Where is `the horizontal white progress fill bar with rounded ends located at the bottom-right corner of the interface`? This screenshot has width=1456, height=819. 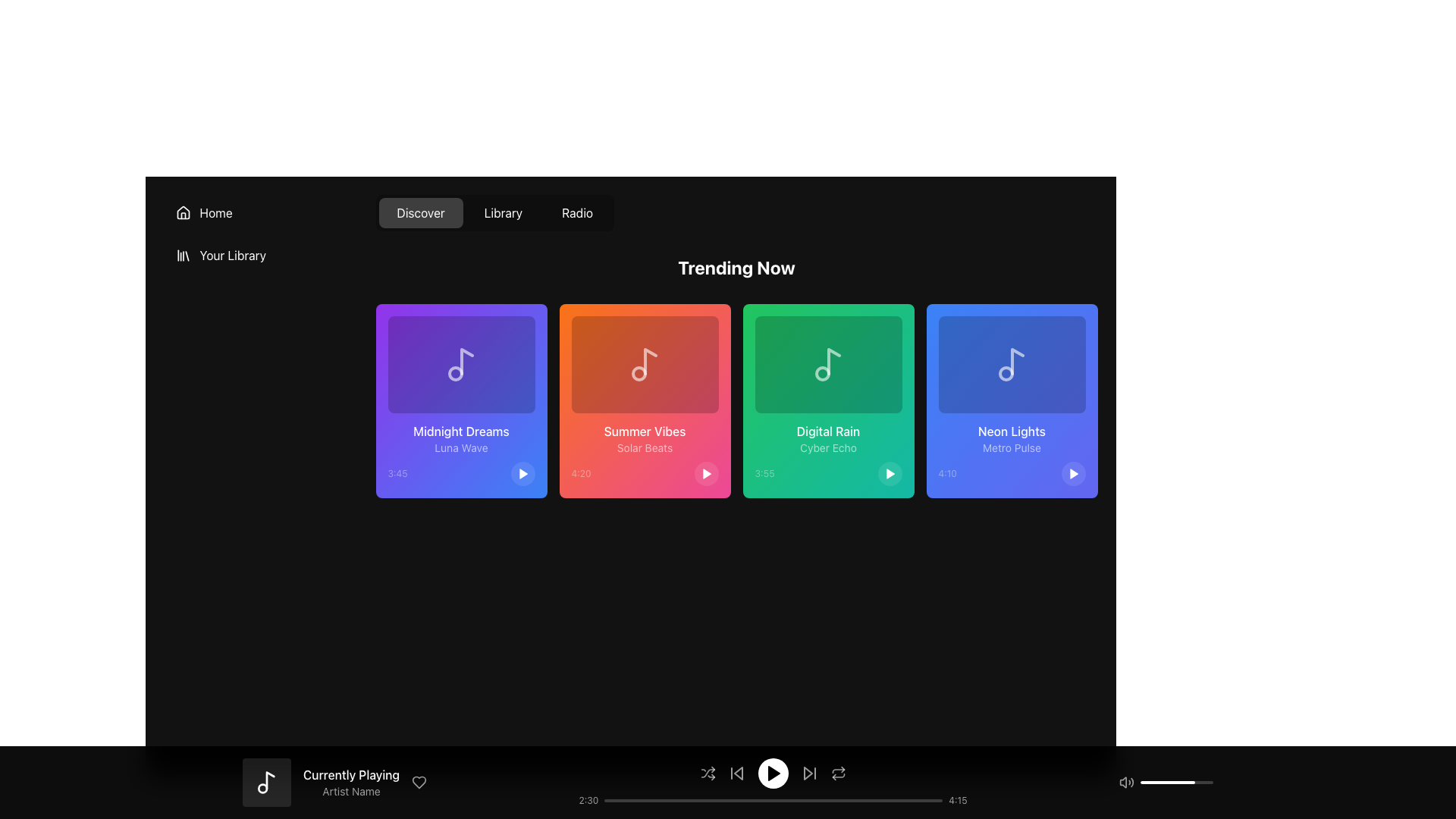
the horizontal white progress fill bar with rounded ends located at the bottom-right corner of the interface is located at coordinates (1167, 783).